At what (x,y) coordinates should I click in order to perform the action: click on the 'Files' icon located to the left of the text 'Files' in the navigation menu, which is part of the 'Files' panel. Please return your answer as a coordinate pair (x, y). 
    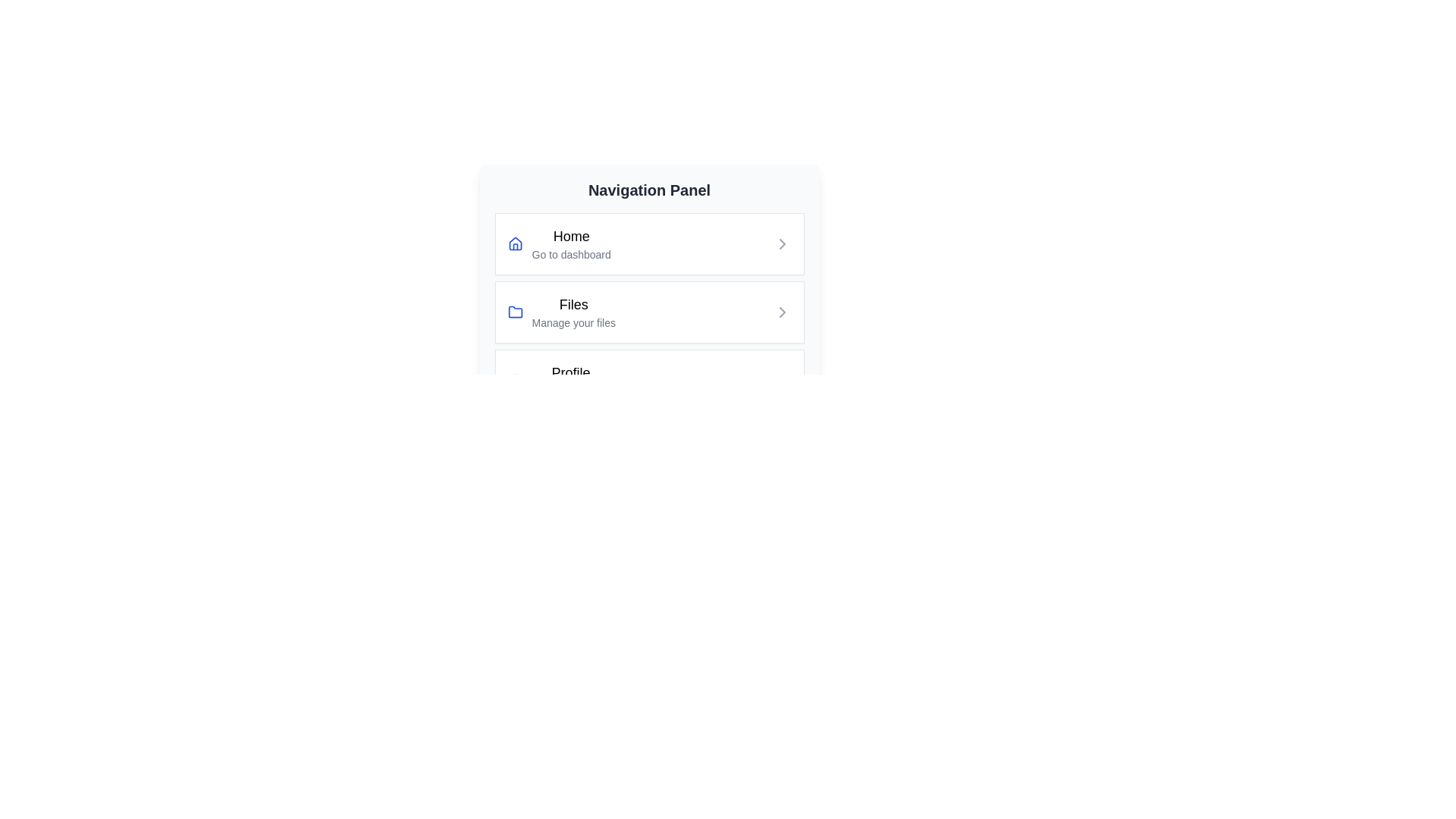
    Looking at the image, I should click on (515, 312).